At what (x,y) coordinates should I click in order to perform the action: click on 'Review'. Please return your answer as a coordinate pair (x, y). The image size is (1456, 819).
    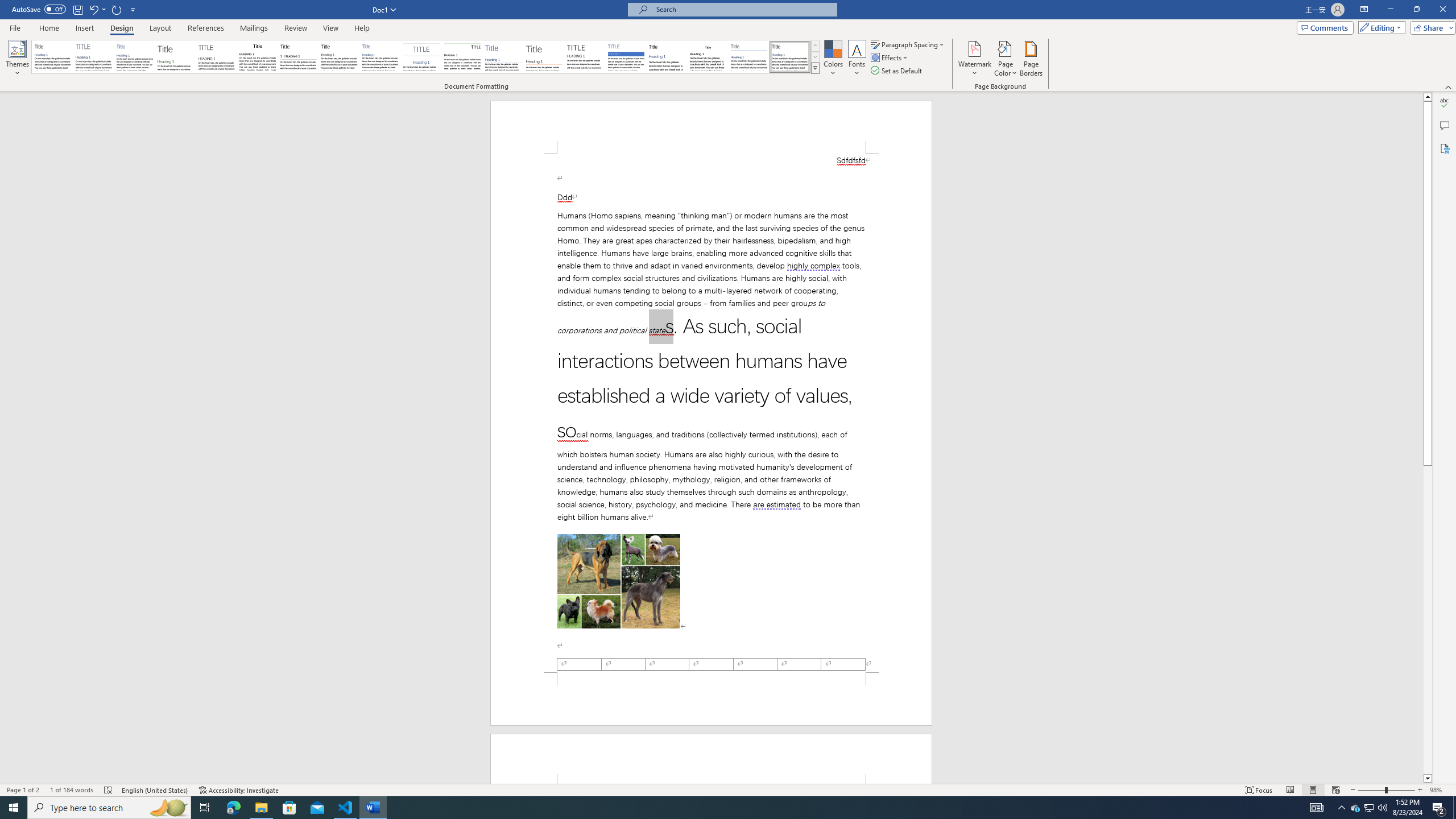
    Looking at the image, I should click on (295, 28).